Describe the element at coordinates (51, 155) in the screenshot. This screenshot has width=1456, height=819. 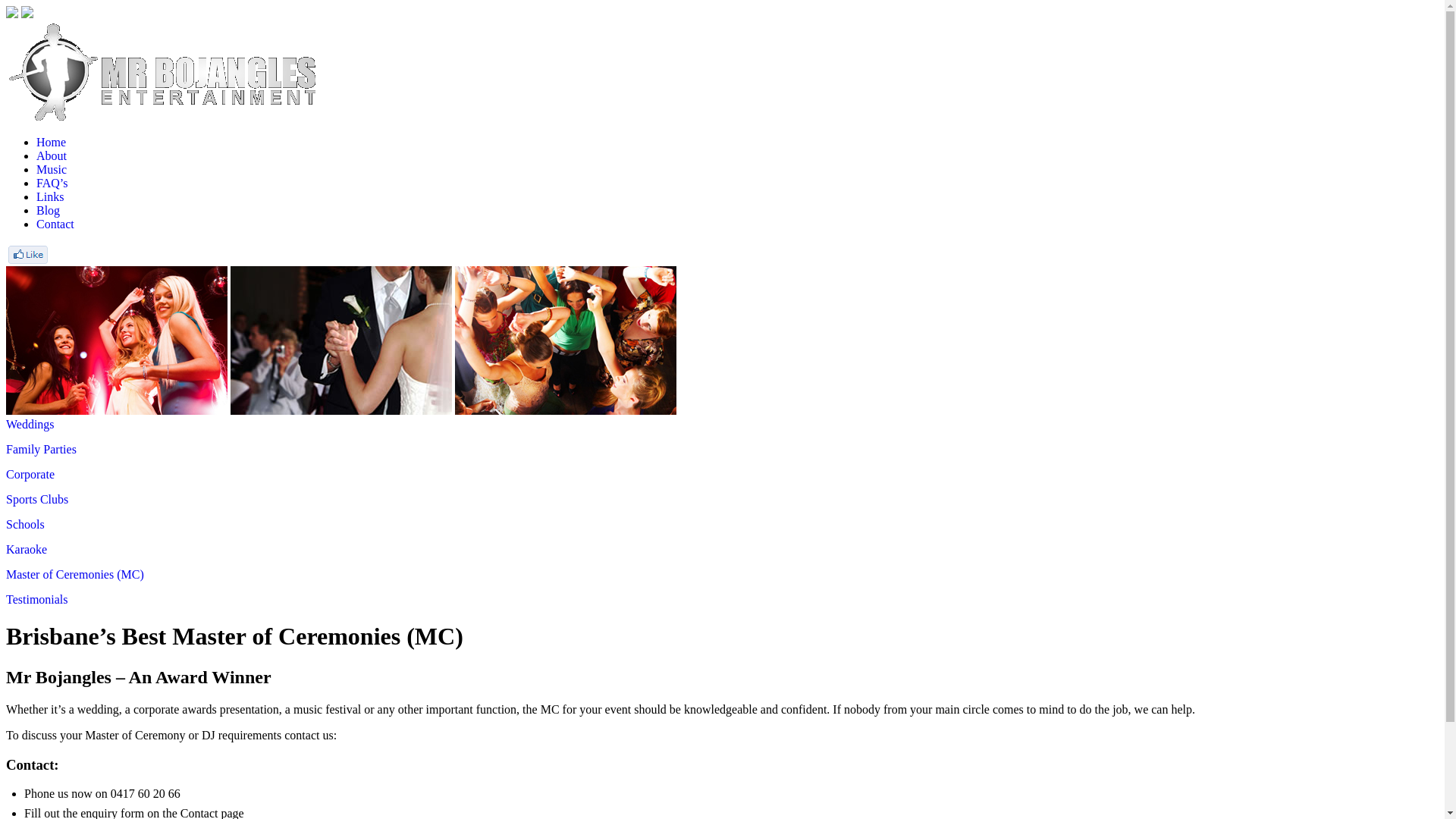
I see `'About'` at that location.